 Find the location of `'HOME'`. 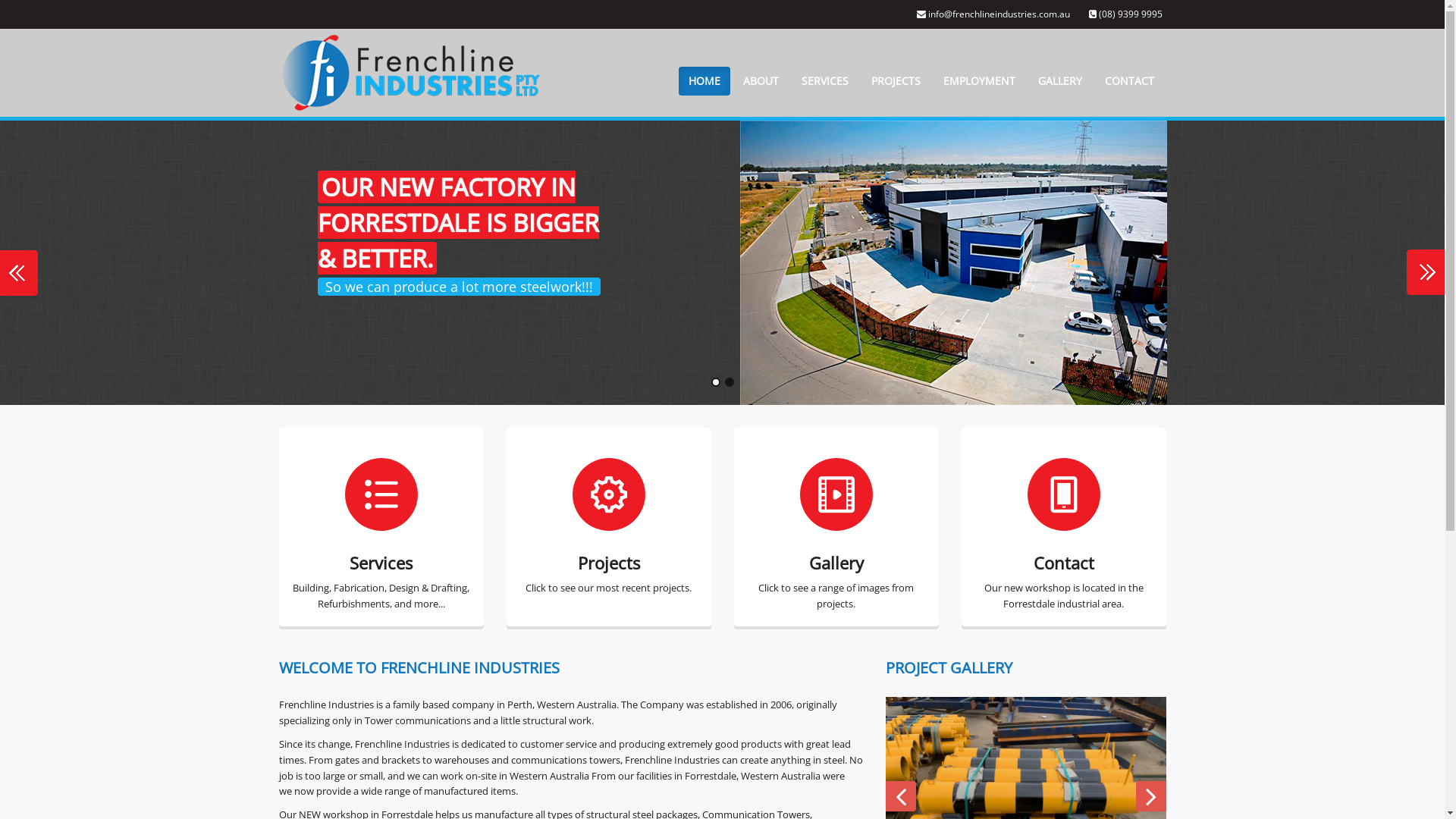

'HOME' is located at coordinates (702, 81).